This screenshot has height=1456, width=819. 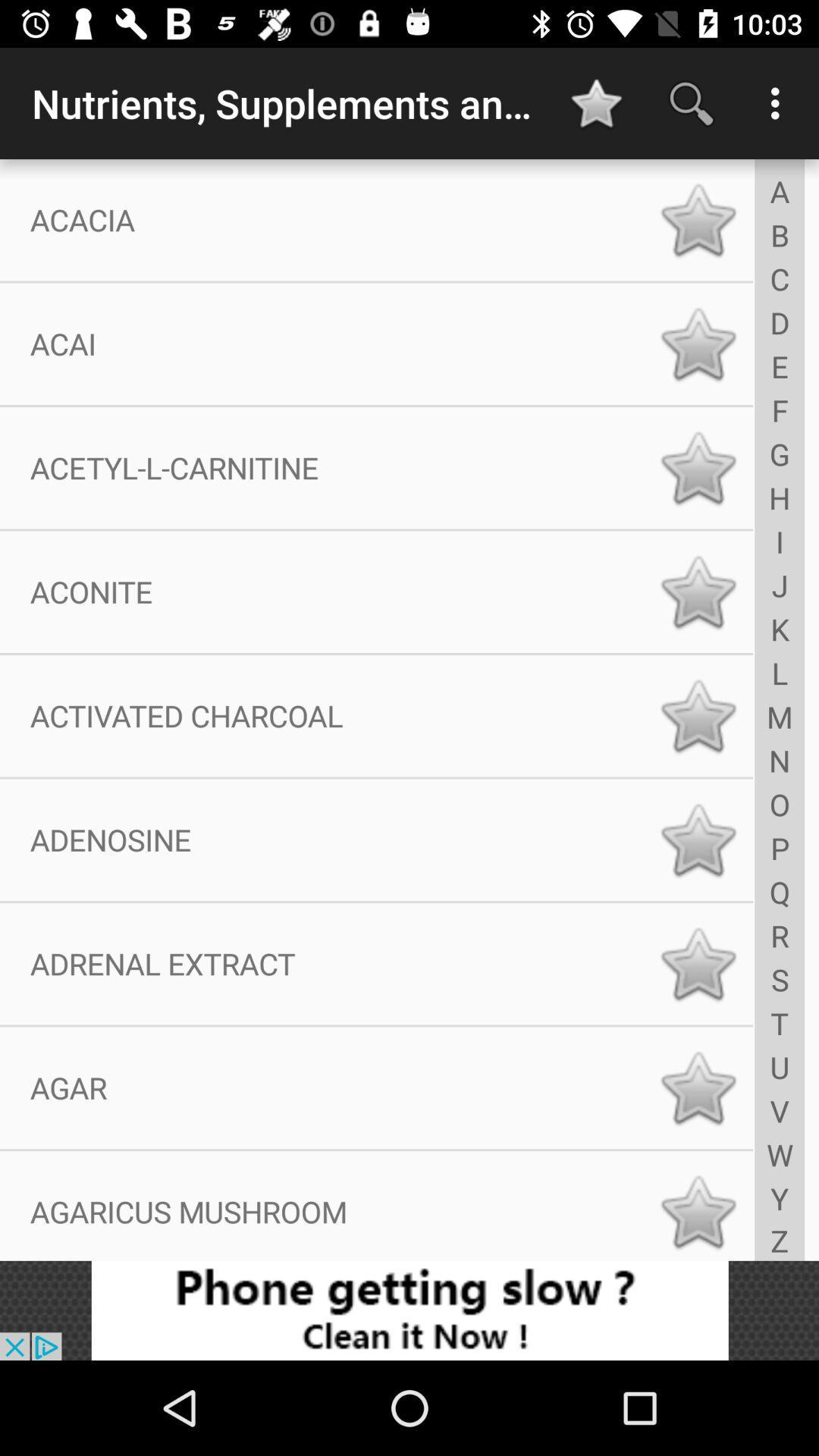 I want to click on as favourite, so click(x=698, y=715).